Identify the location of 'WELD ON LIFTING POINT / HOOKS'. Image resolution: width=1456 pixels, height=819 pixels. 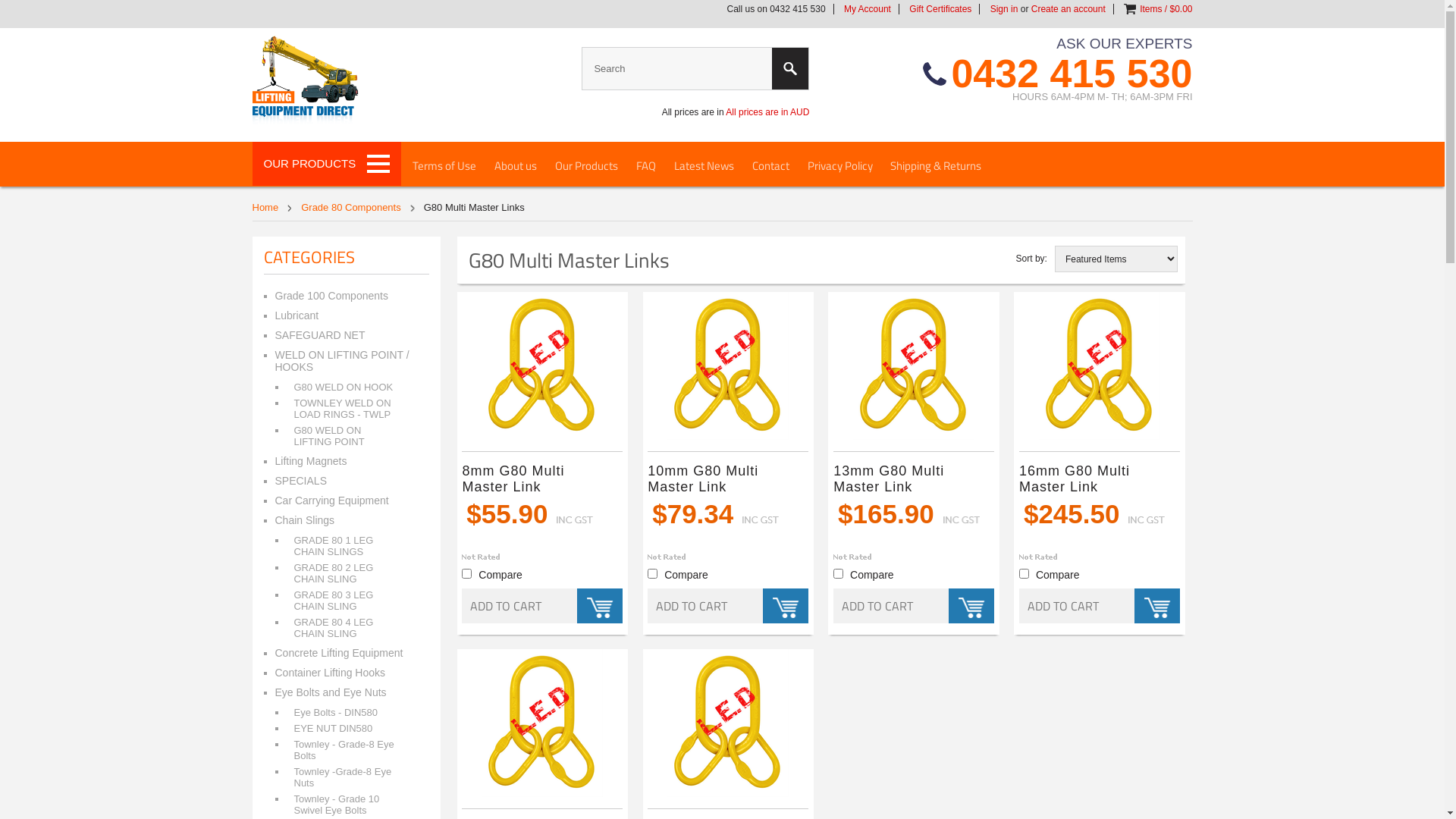
(343, 360).